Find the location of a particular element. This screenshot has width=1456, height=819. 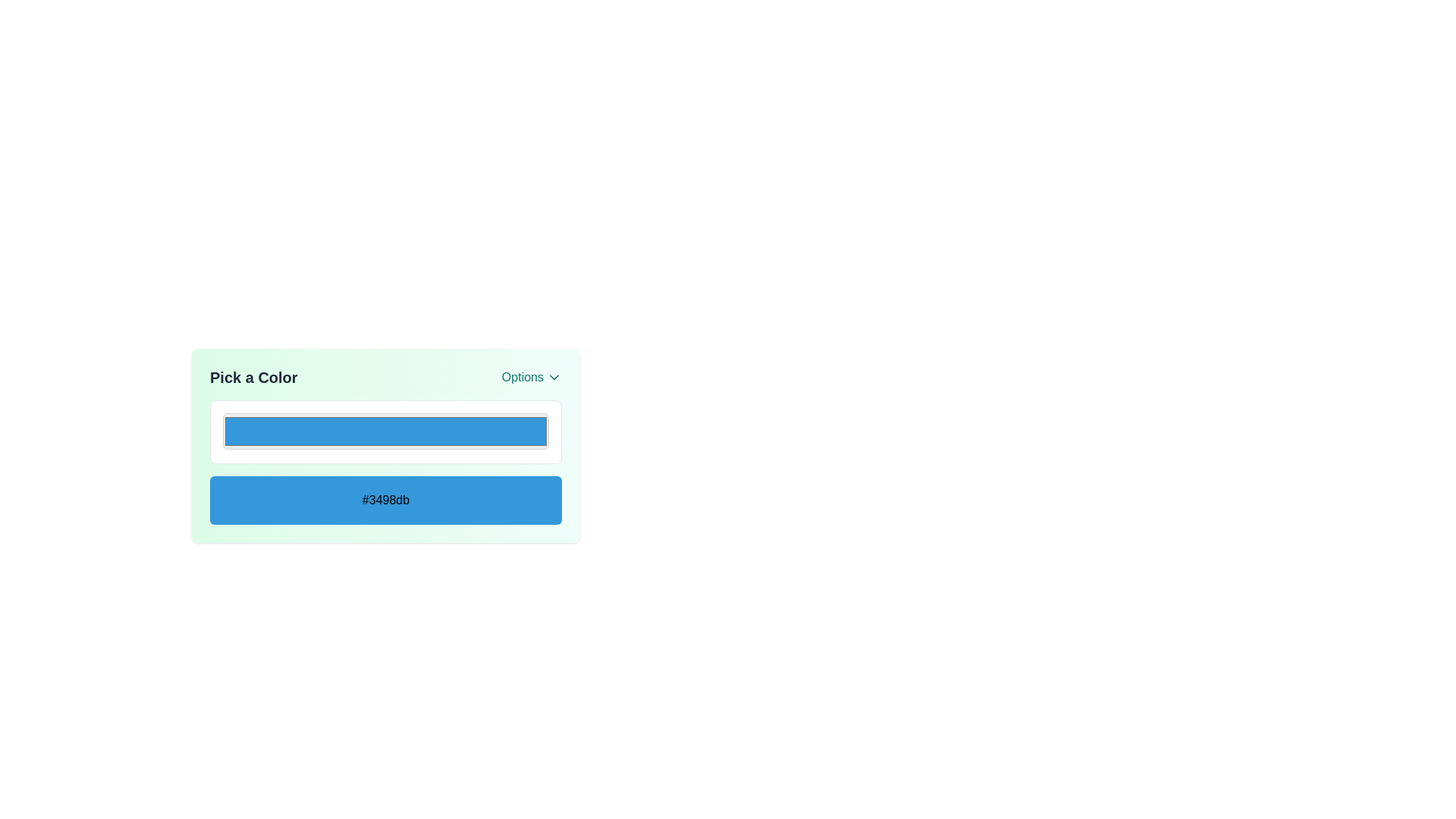

the displayed text in the rectangular area with a light blue background that contains the bold text label stating '#3498db', positioned above the bottom-most element and below a narrow color selection bar is located at coordinates (385, 483).